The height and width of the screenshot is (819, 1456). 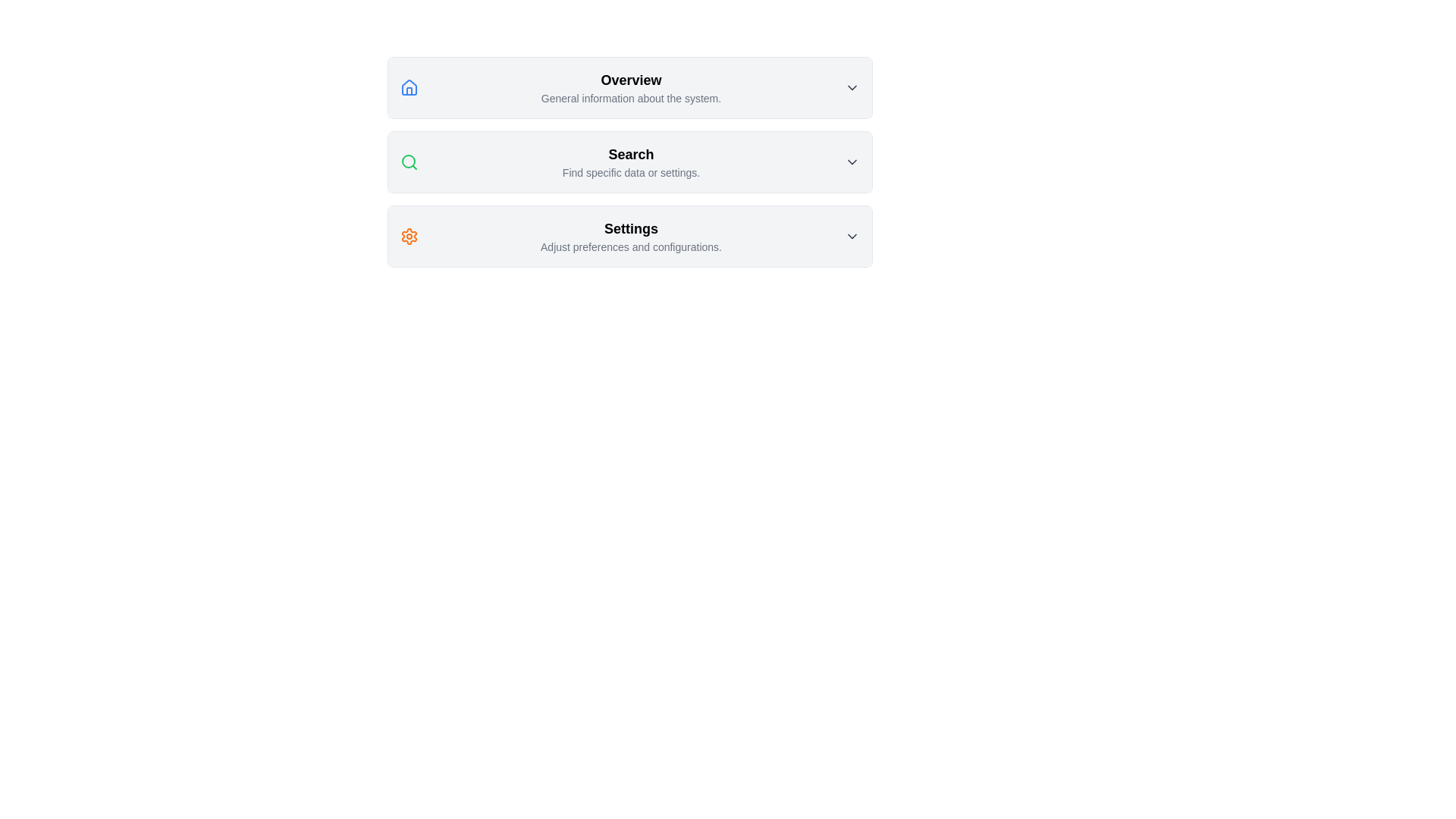 I want to click on the expandable settings icon located at the right end of the 'Settings' section, next to the text 'Adjust preferences and configurations.', so click(x=852, y=237).